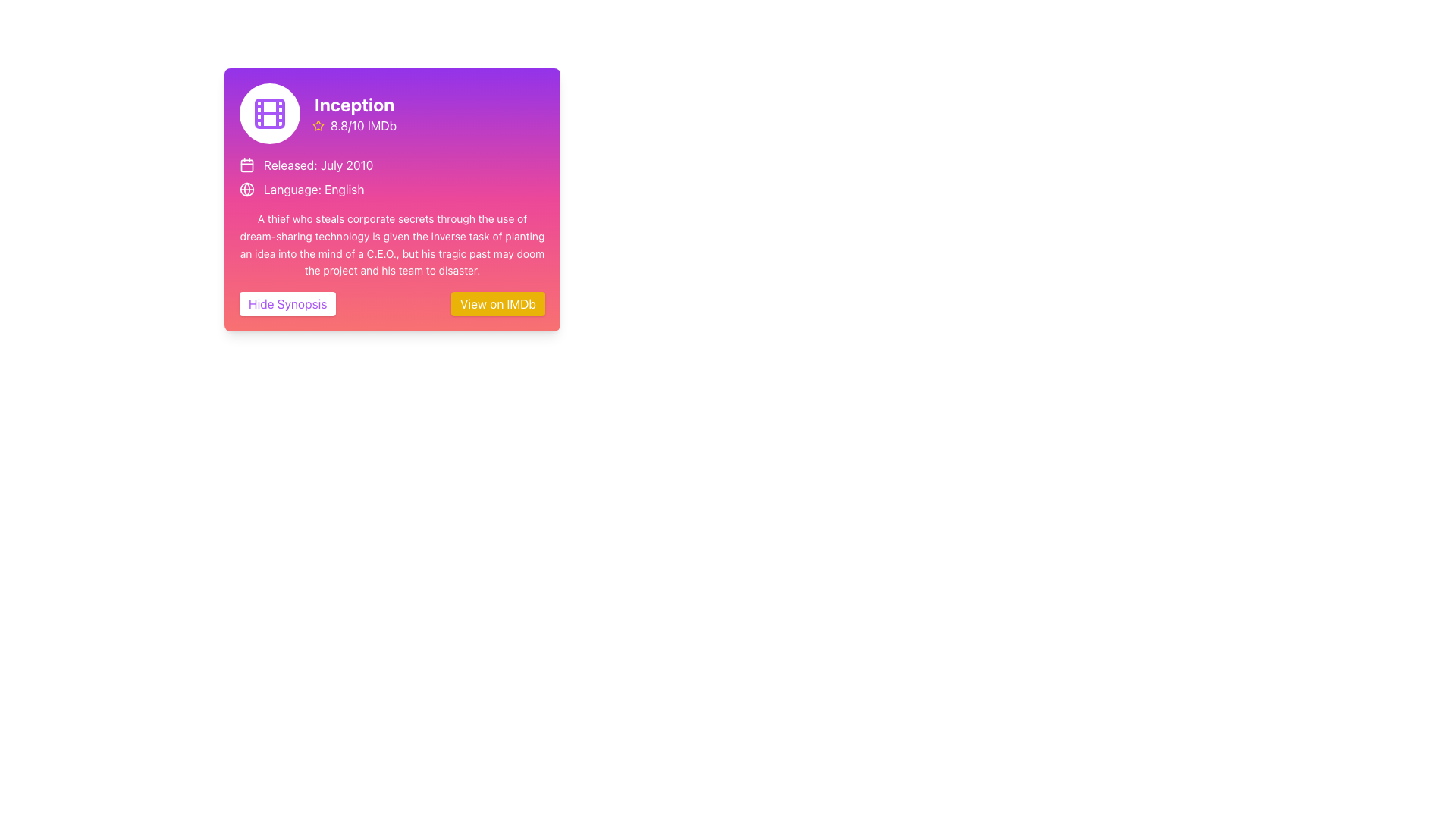  Describe the element at coordinates (353, 124) in the screenshot. I see `the rating information element displaying '8.8/10 IMDb' with a yellow star icon adjacent to it, located below the title 'Inception'` at that location.